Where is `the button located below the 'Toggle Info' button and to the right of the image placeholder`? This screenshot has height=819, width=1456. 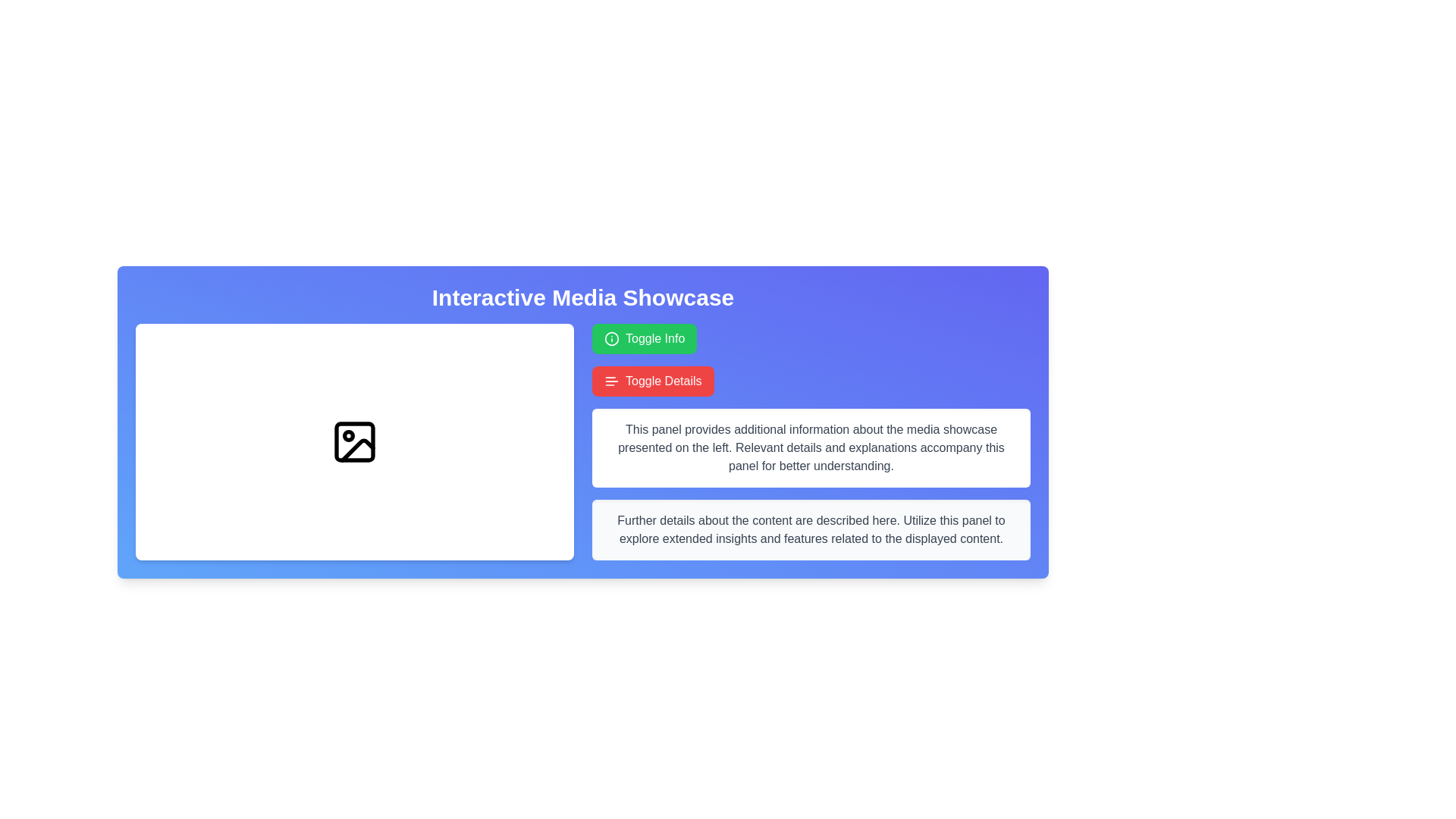 the button located below the 'Toggle Info' button and to the right of the image placeholder is located at coordinates (653, 380).